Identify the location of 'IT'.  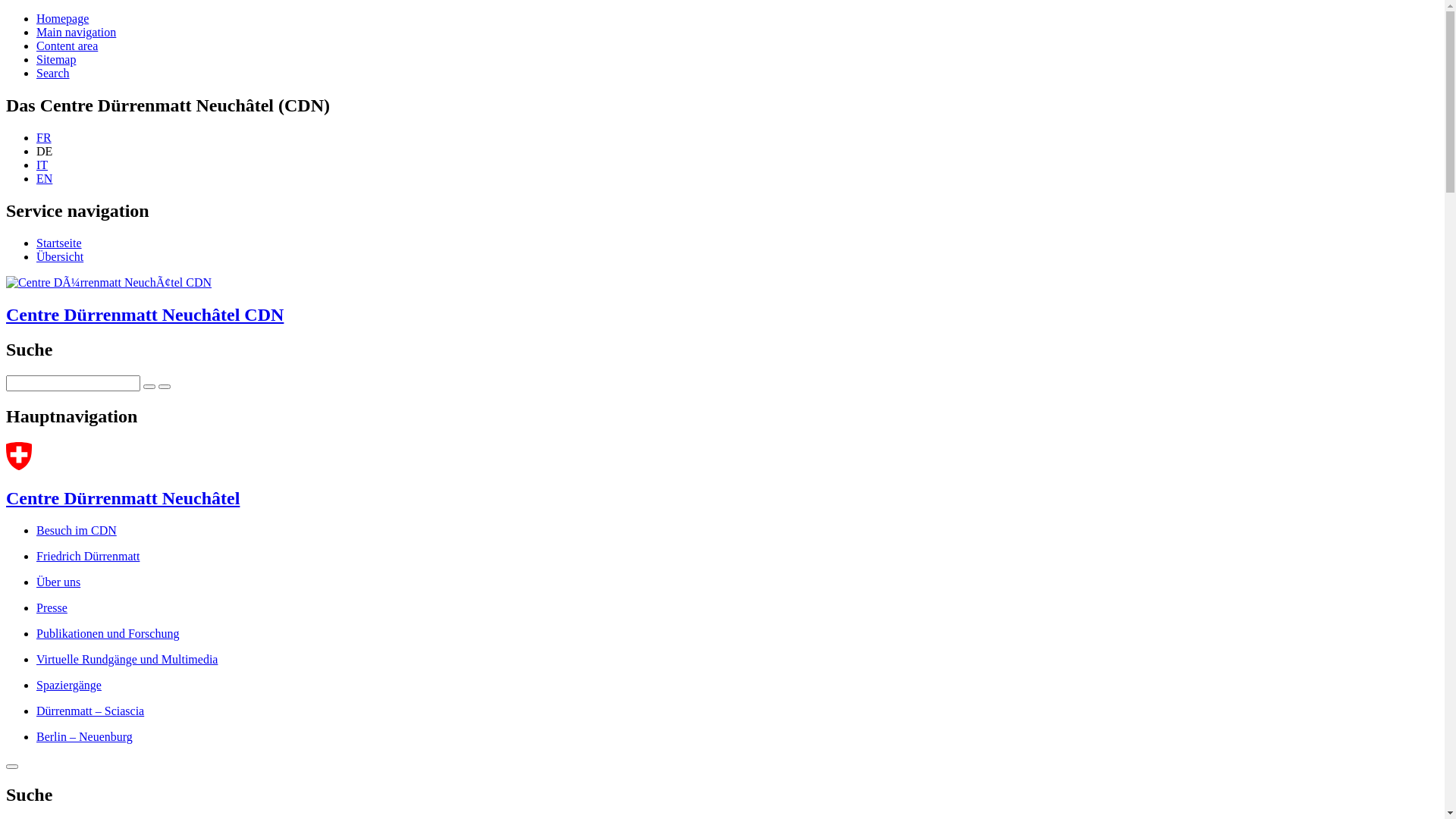
(42, 165).